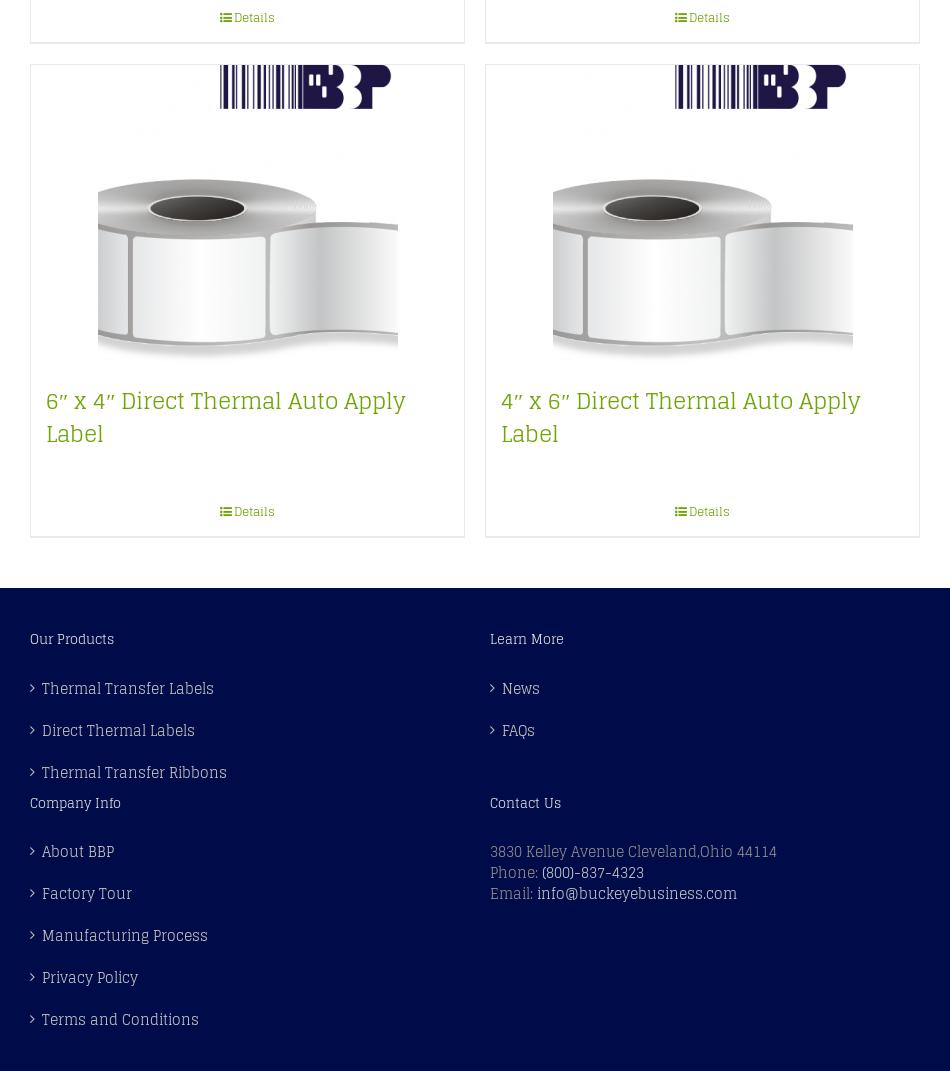  Describe the element at coordinates (526, 638) in the screenshot. I see `'Learn More'` at that location.